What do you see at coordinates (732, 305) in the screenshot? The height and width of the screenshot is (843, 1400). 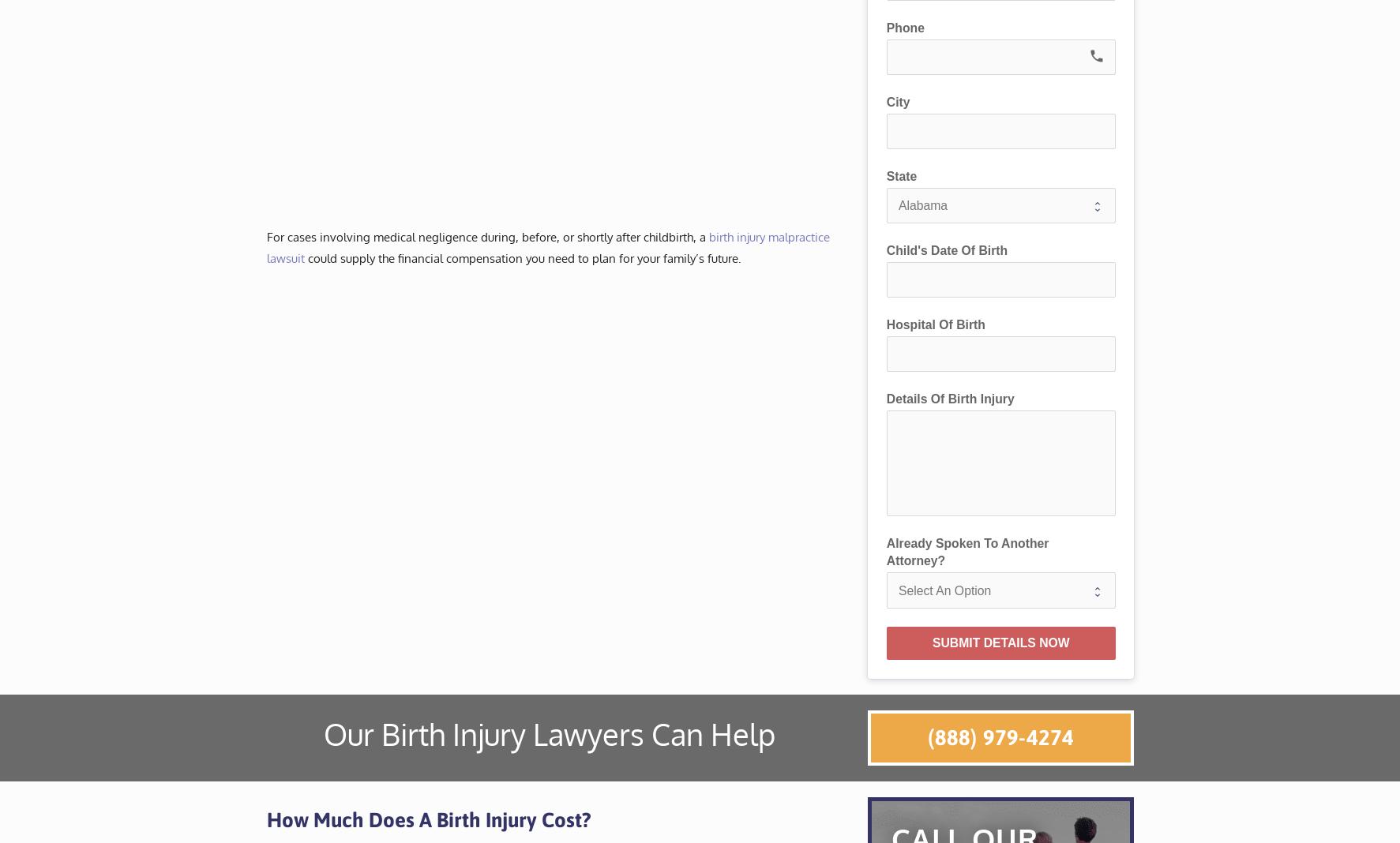 I see `'New Hampshire'` at bounding box center [732, 305].